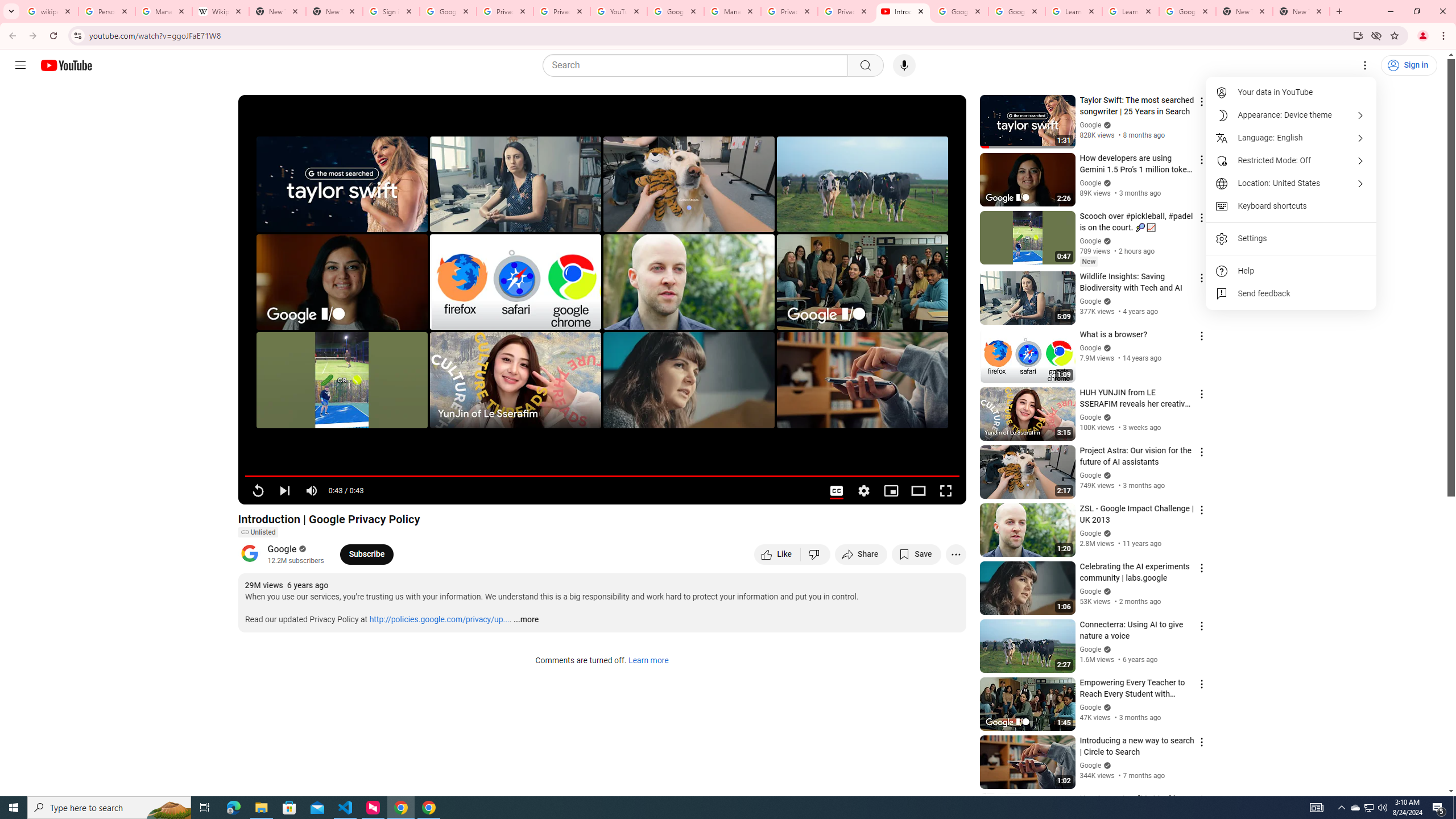 The image size is (1456, 819). Describe the element at coordinates (1291, 138) in the screenshot. I see `'Language: English'` at that location.